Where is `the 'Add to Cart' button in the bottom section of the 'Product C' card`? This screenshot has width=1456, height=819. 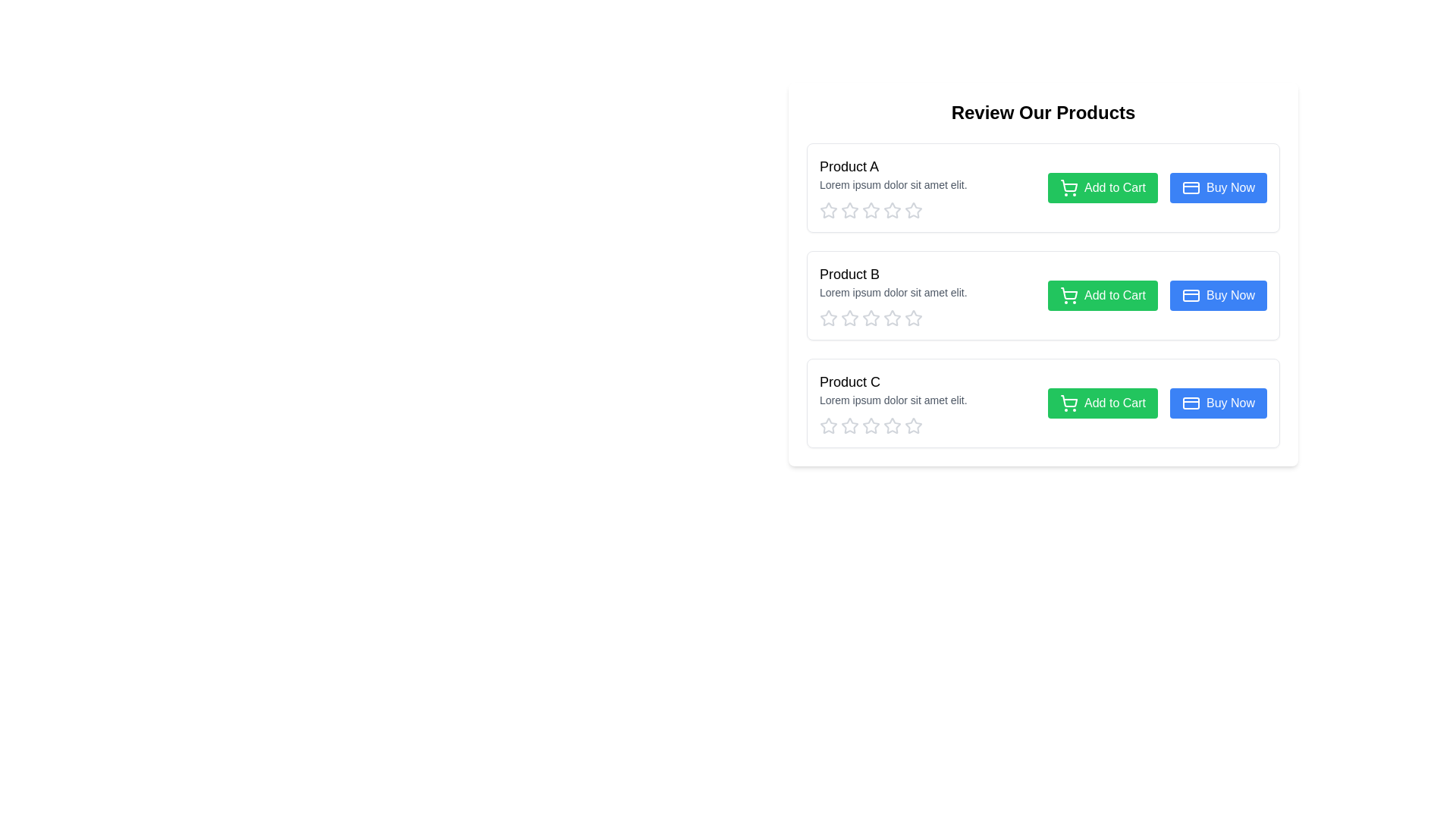 the 'Add to Cart' button in the bottom section of the 'Product C' card is located at coordinates (1156, 403).